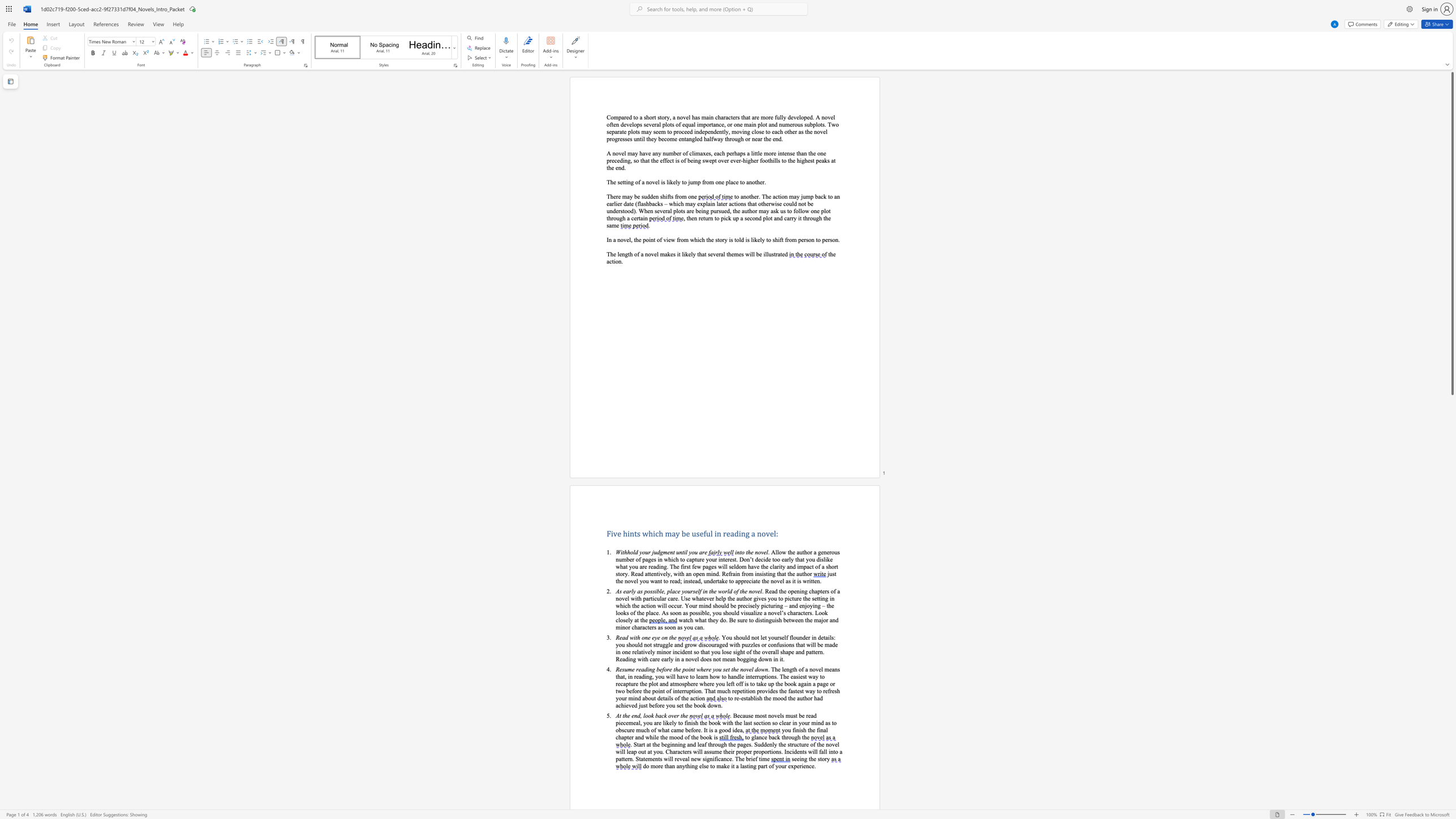 Image resolution: width=1456 pixels, height=819 pixels. What do you see at coordinates (635, 651) in the screenshot?
I see `the 1th character "e" in the text` at bounding box center [635, 651].